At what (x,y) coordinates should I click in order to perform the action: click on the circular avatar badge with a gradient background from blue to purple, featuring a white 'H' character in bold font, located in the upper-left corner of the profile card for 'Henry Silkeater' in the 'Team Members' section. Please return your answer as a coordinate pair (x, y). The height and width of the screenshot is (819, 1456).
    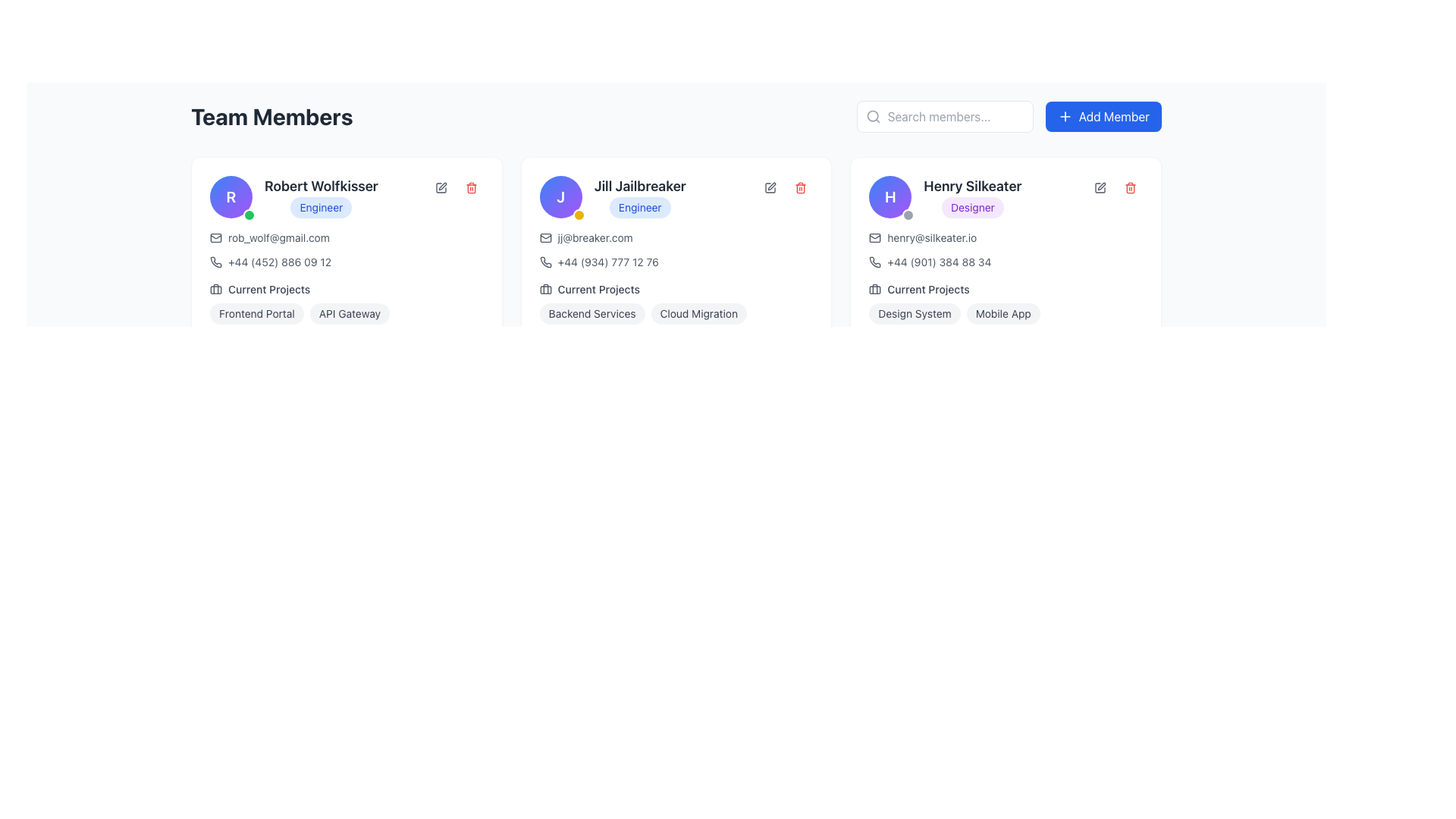
    Looking at the image, I should click on (890, 196).